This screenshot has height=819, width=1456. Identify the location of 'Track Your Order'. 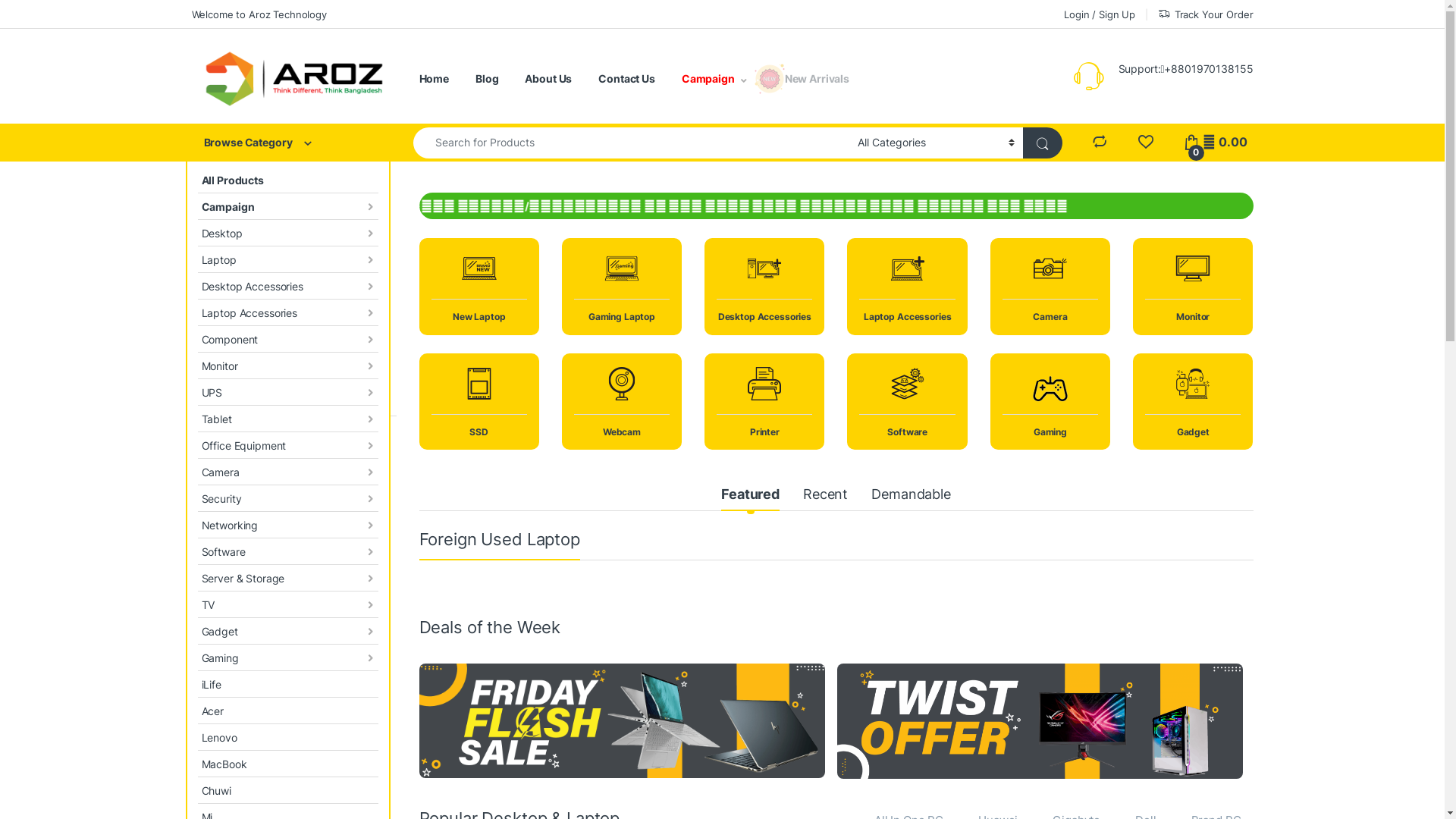
(1156, 14).